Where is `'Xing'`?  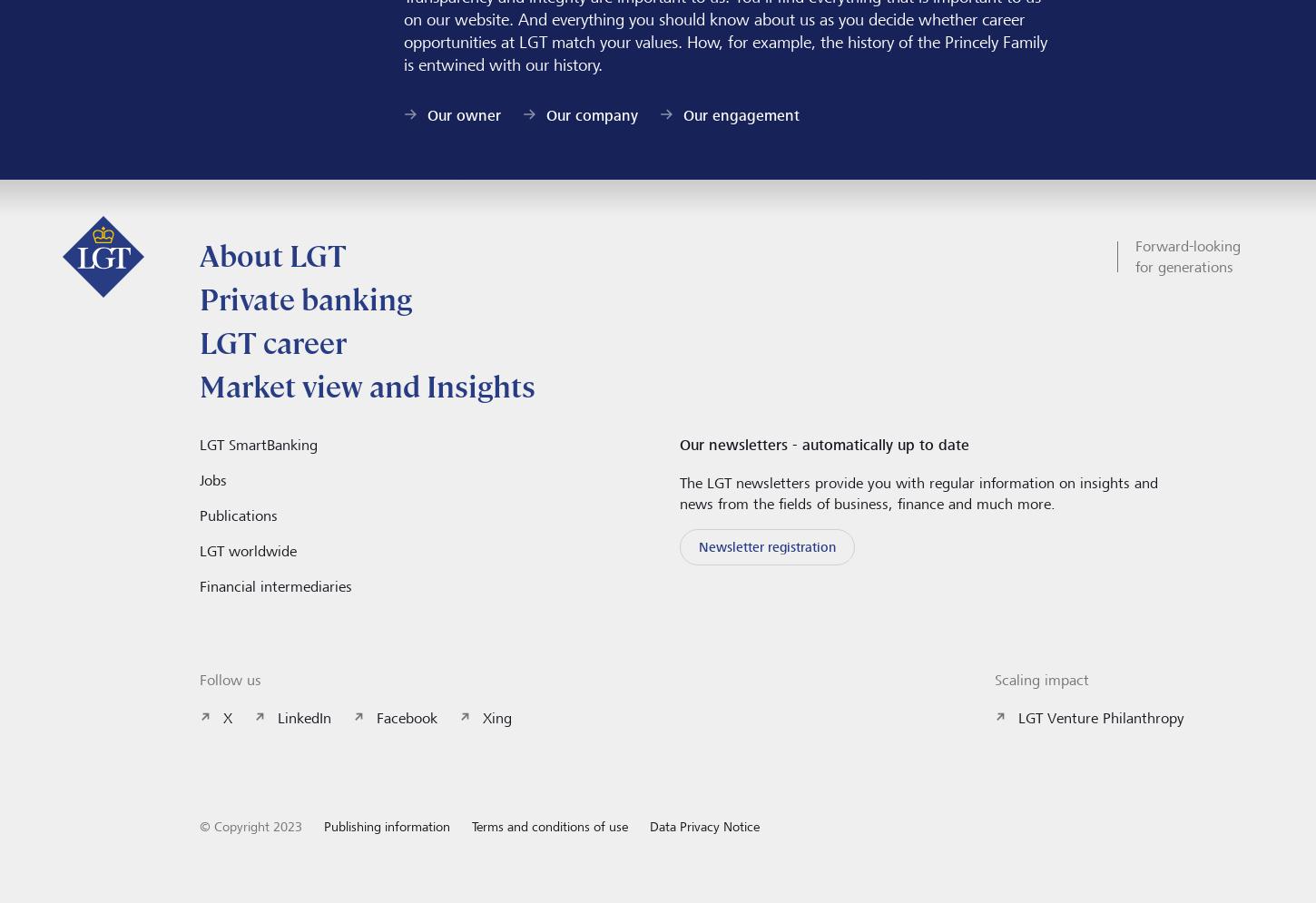 'Xing' is located at coordinates (483, 717).